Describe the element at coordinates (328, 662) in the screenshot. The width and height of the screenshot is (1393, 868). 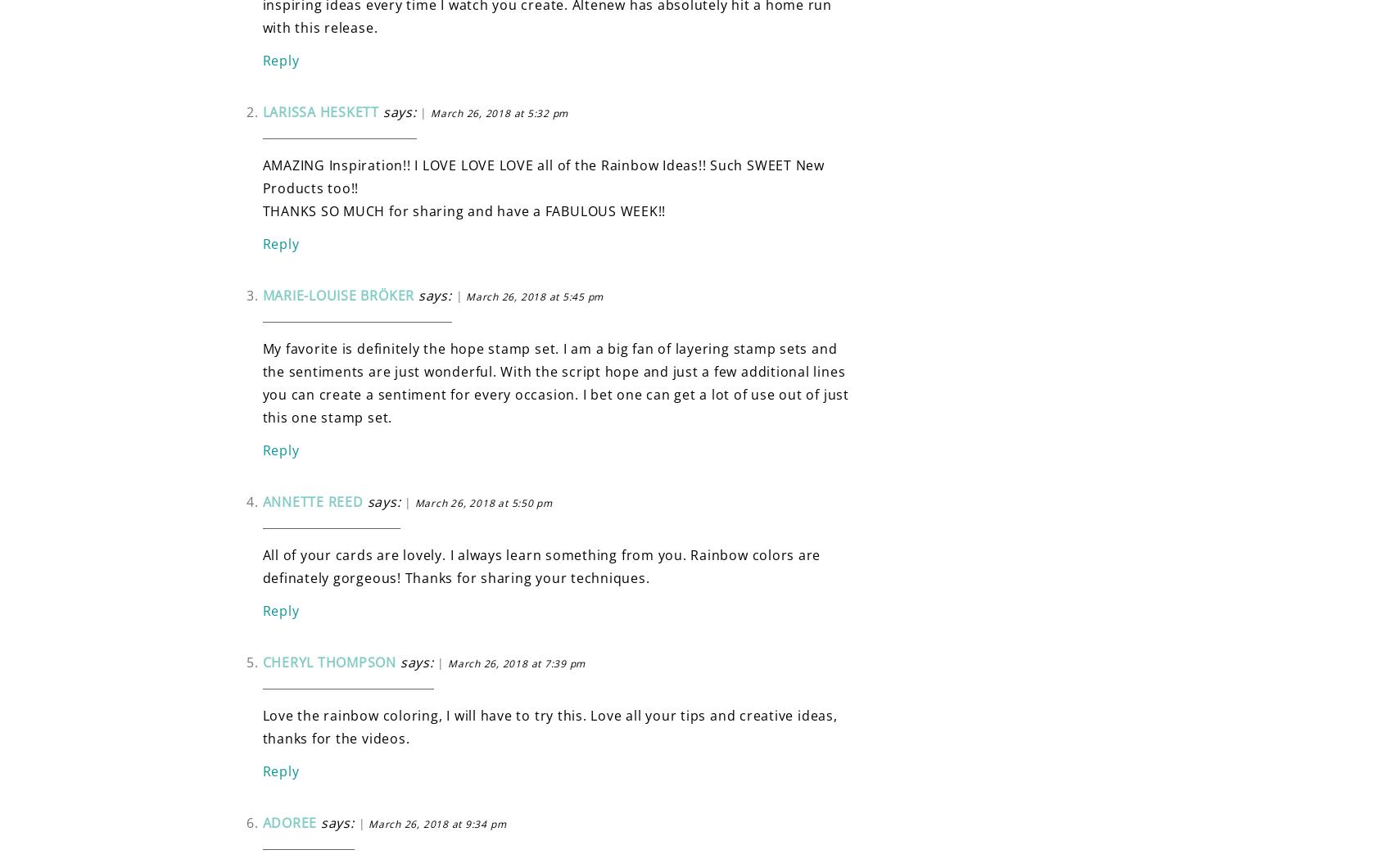
I see `'Cheryl Thompson'` at that location.